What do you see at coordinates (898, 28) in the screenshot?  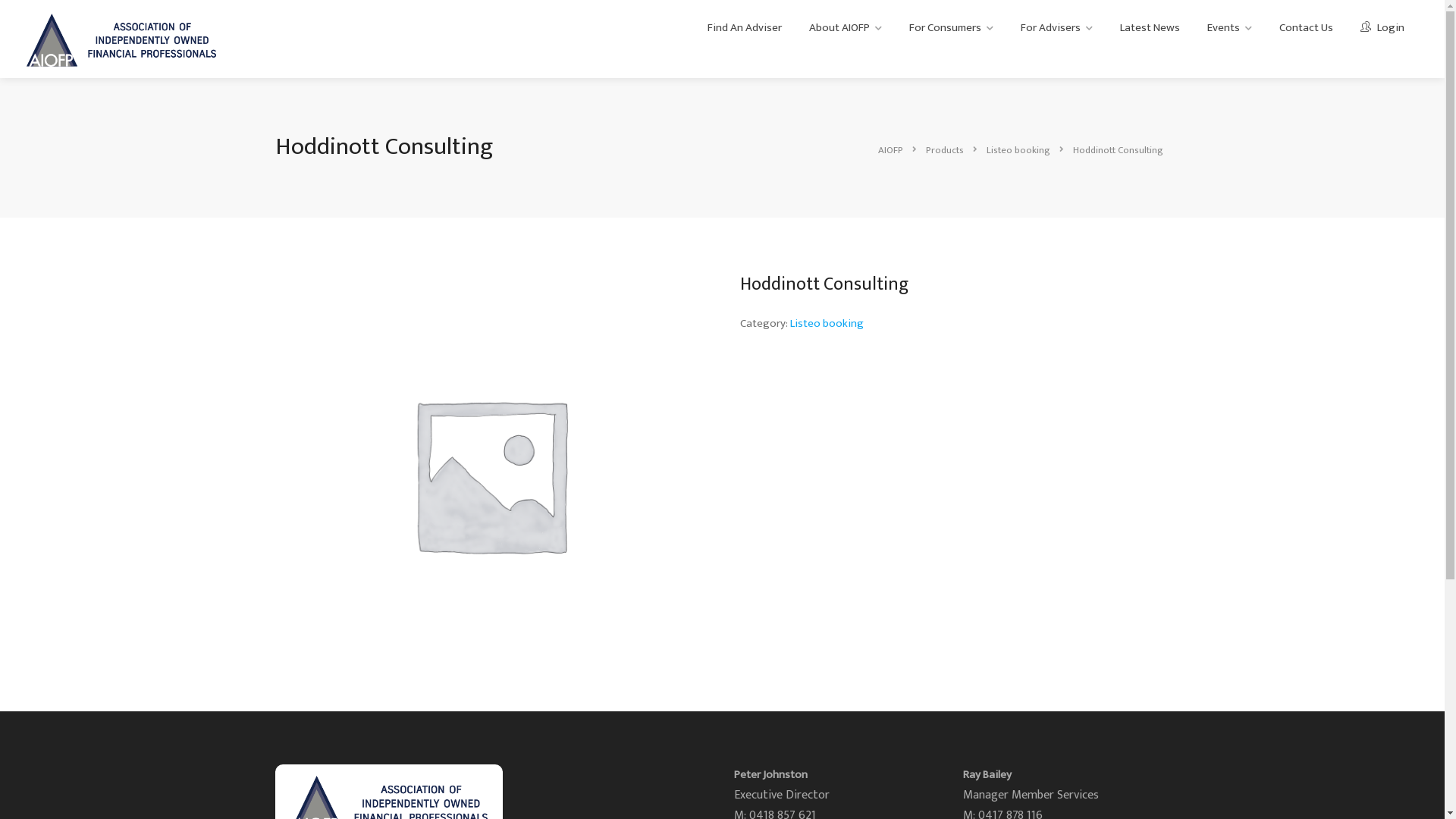 I see `'For Consumers'` at bounding box center [898, 28].